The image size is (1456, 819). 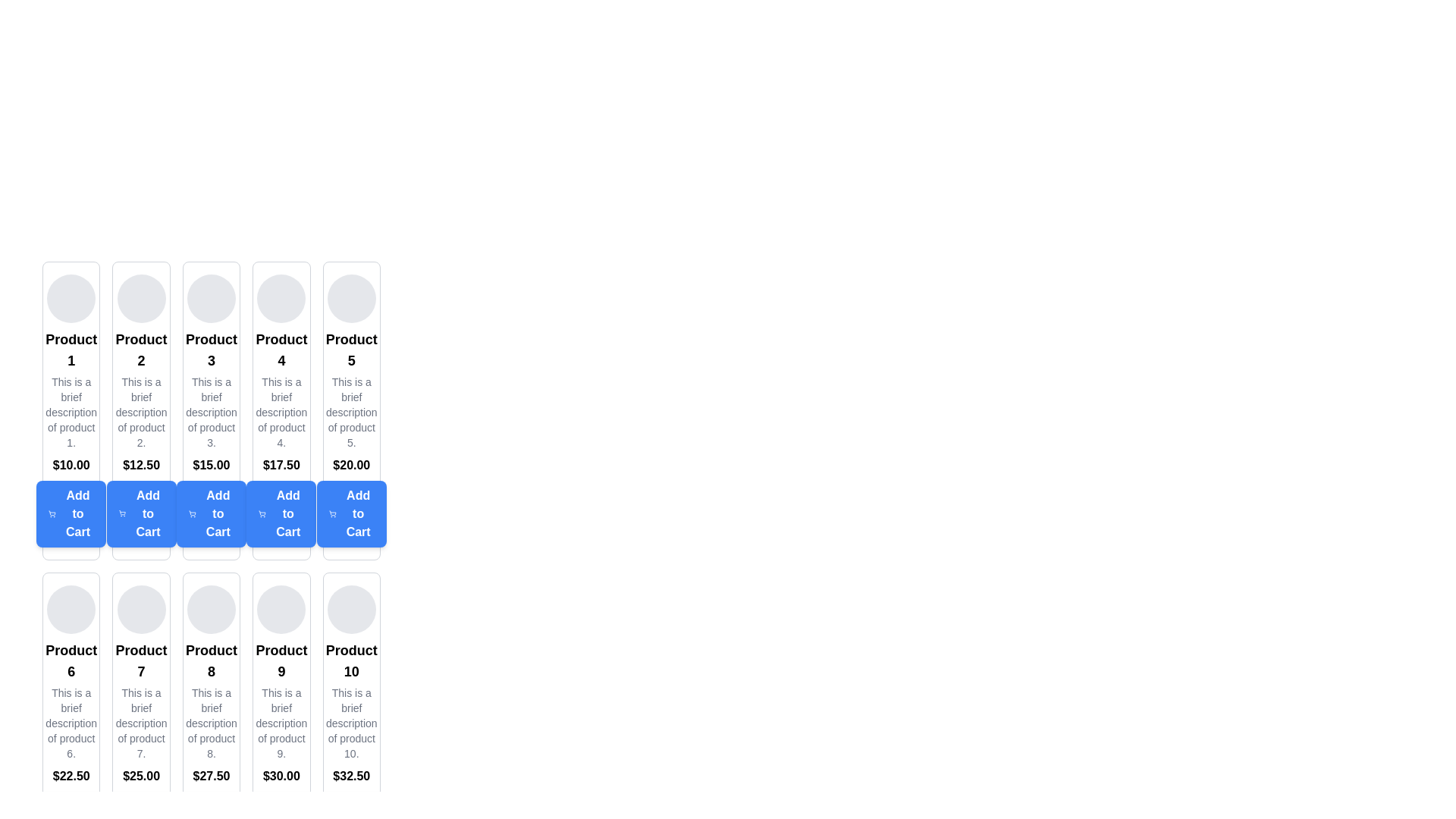 I want to click on the content of the price Text Label located below the item's description and above the 'Add to Cart' button for the second product in the product grid, so click(x=141, y=464).